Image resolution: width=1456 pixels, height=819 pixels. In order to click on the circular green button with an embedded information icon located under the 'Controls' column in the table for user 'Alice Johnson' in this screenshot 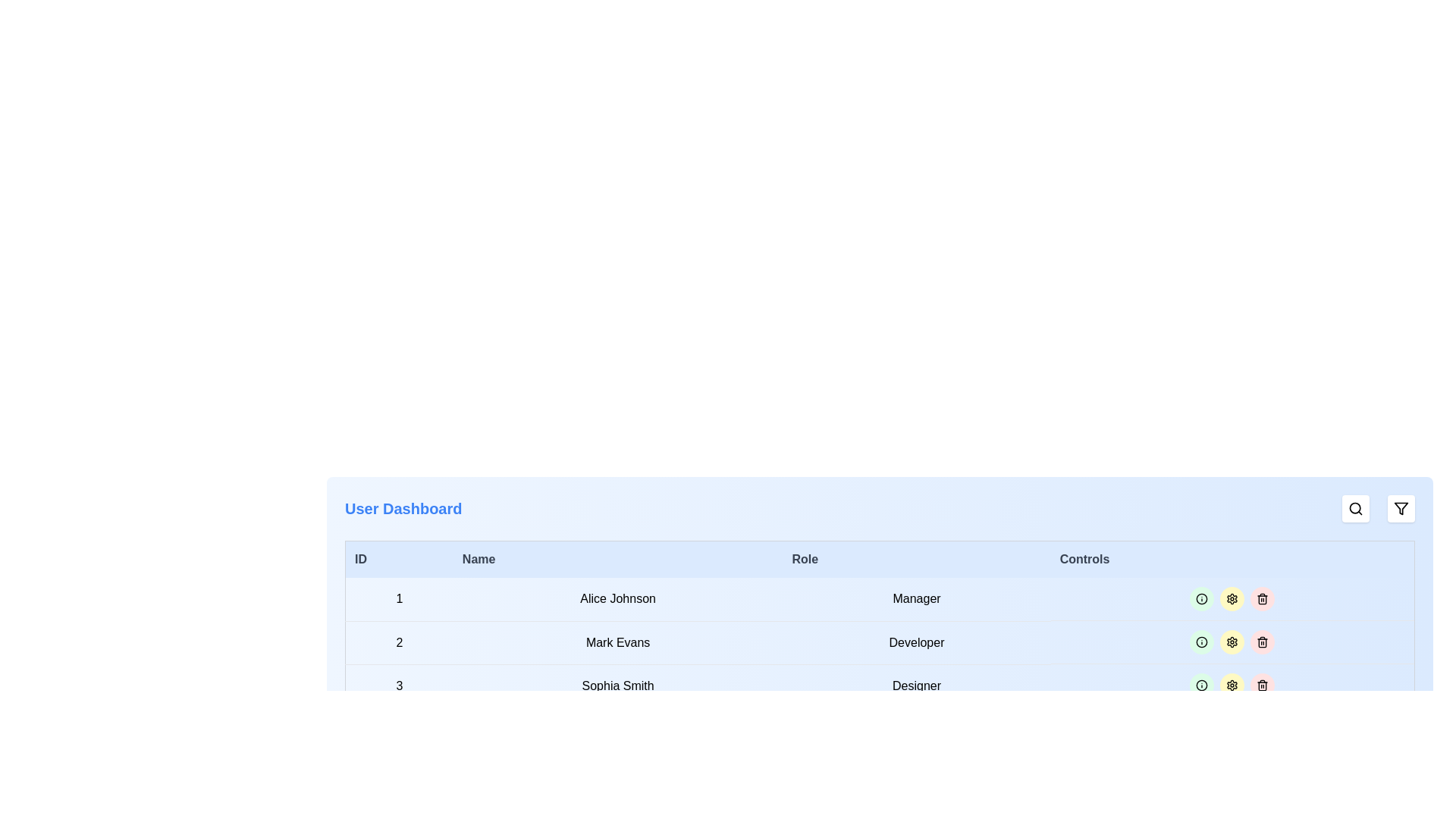, I will do `click(1201, 598)`.